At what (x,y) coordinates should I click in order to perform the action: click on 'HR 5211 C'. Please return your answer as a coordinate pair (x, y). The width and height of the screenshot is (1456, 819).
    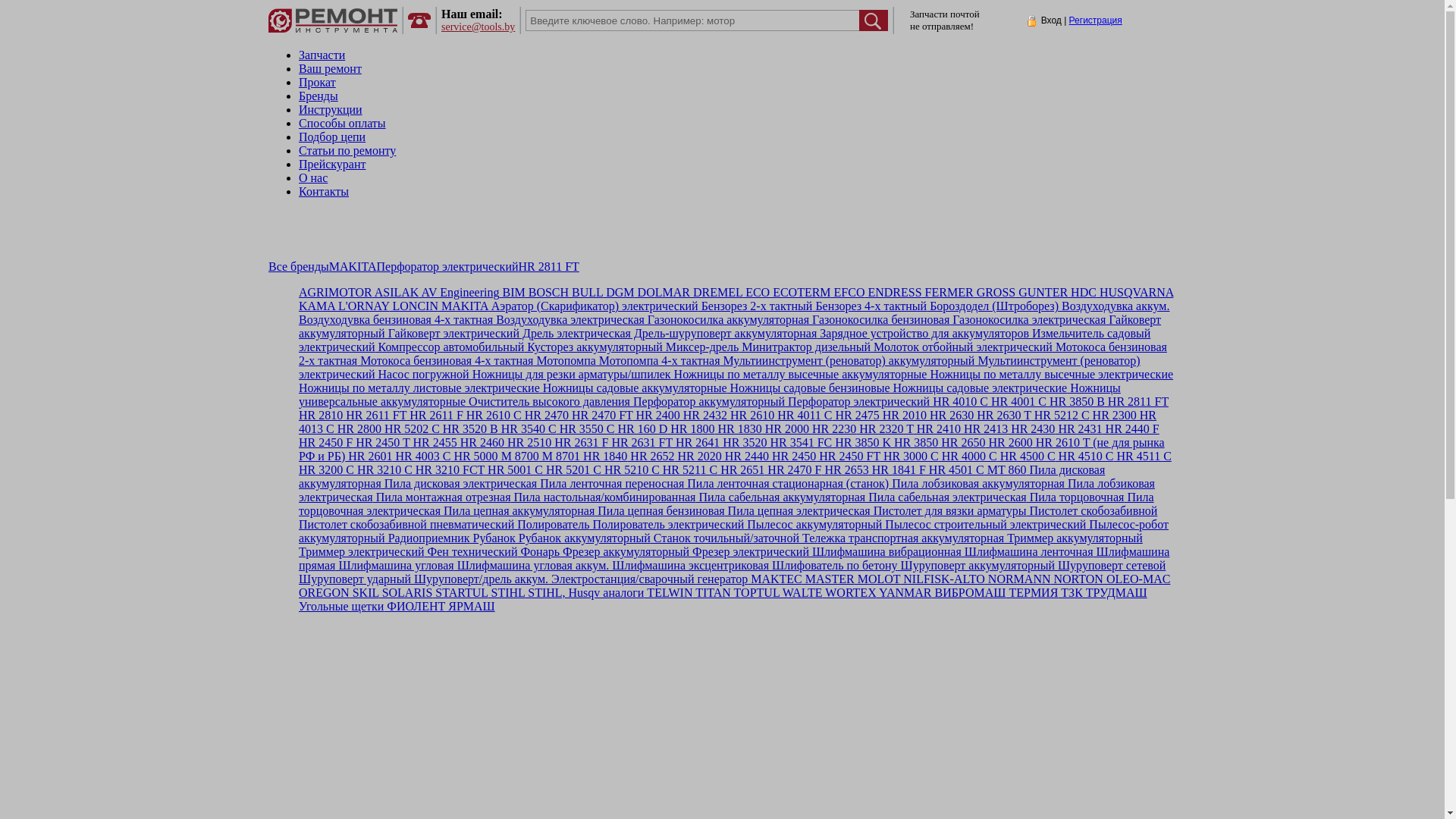
    Looking at the image, I should click on (687, 469).